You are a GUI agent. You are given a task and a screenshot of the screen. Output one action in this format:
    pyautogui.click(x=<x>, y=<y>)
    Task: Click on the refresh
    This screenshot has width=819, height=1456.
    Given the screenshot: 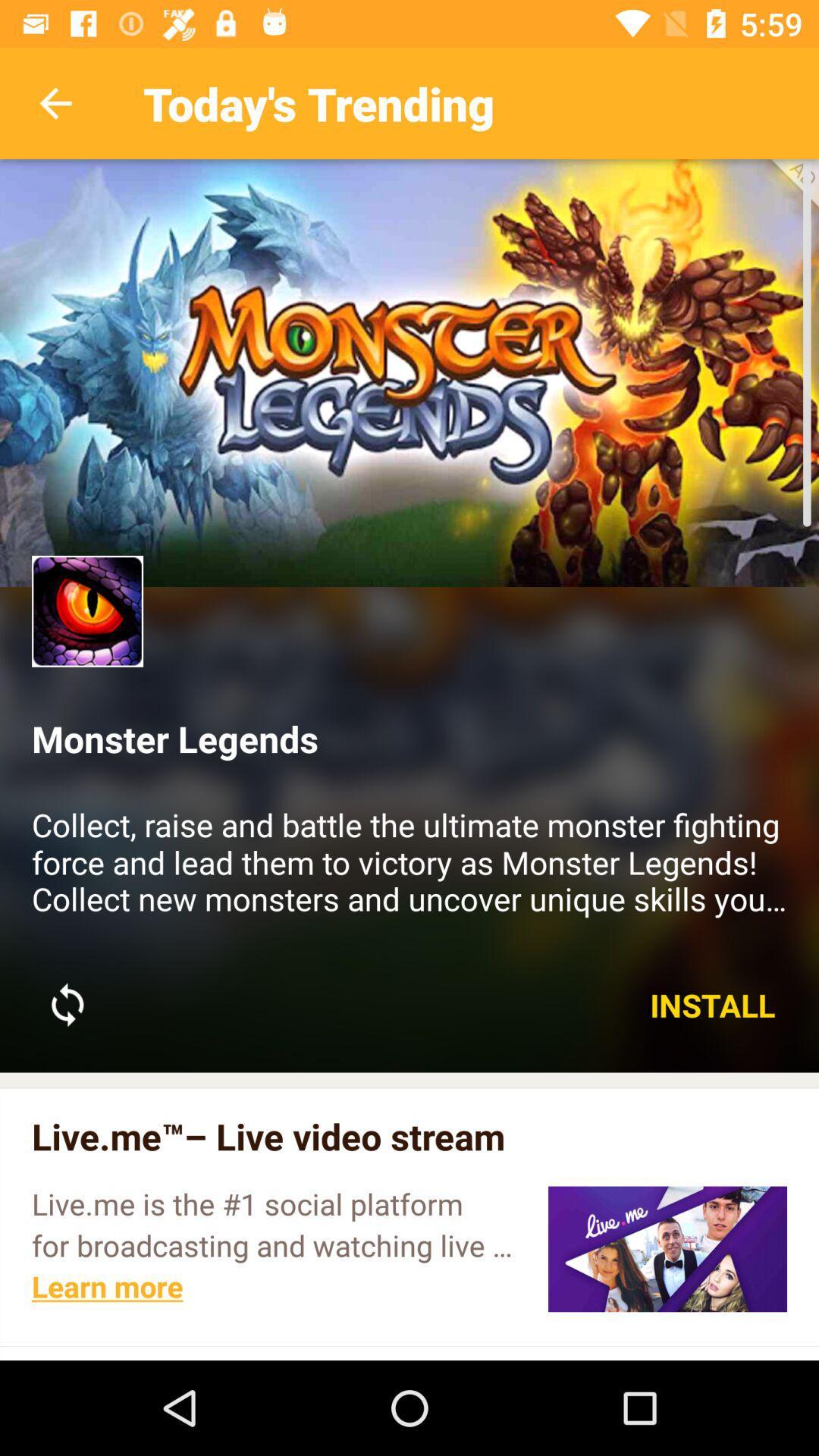 What is the action you would take?
    pyautogui.click(x=67, y=1005)
    